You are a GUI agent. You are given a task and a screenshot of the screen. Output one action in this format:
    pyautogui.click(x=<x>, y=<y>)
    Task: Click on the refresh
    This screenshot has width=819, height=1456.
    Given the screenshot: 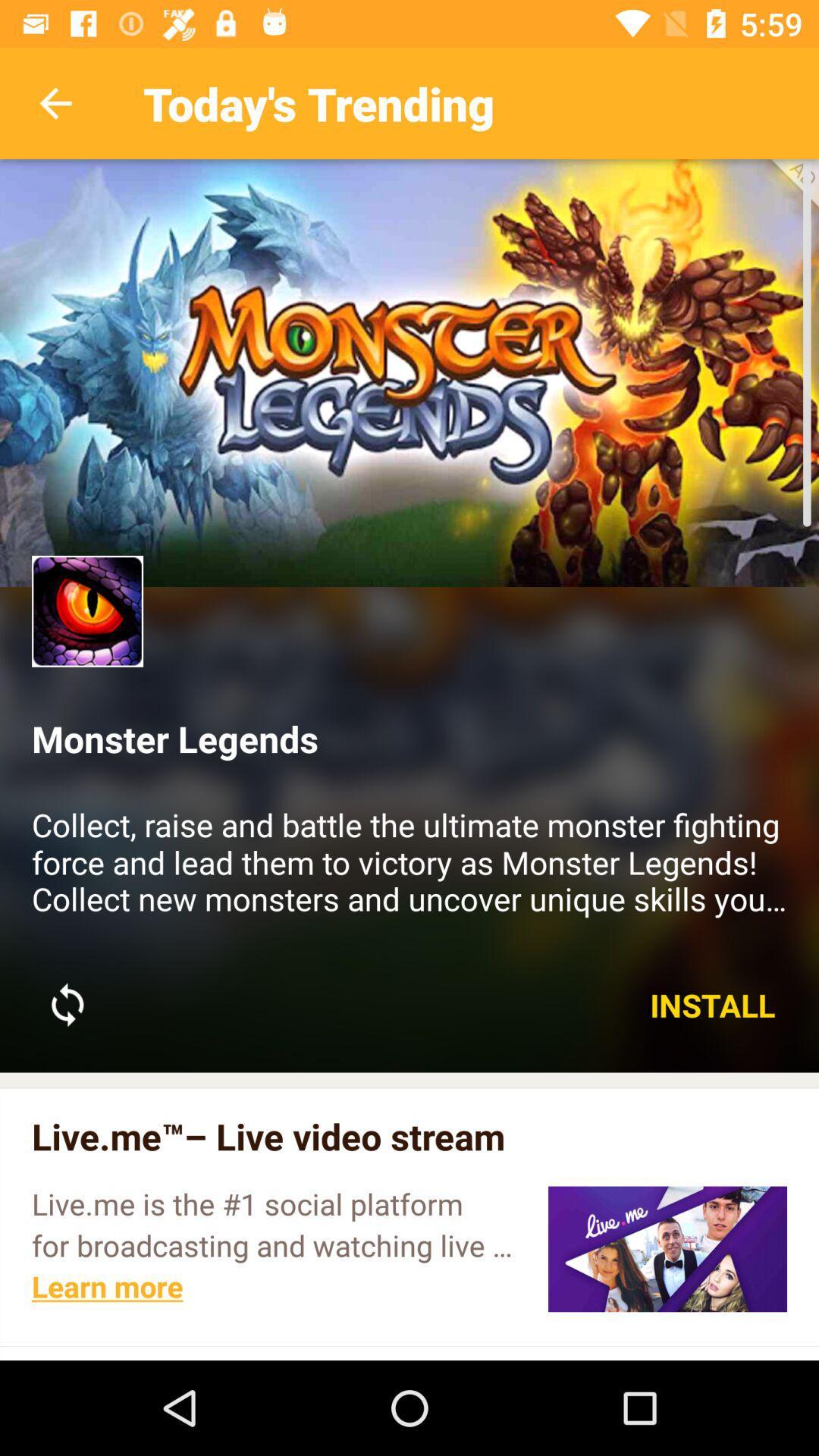 What is the action you would take?
    pyautogui.click(x=67, y=1005)
    